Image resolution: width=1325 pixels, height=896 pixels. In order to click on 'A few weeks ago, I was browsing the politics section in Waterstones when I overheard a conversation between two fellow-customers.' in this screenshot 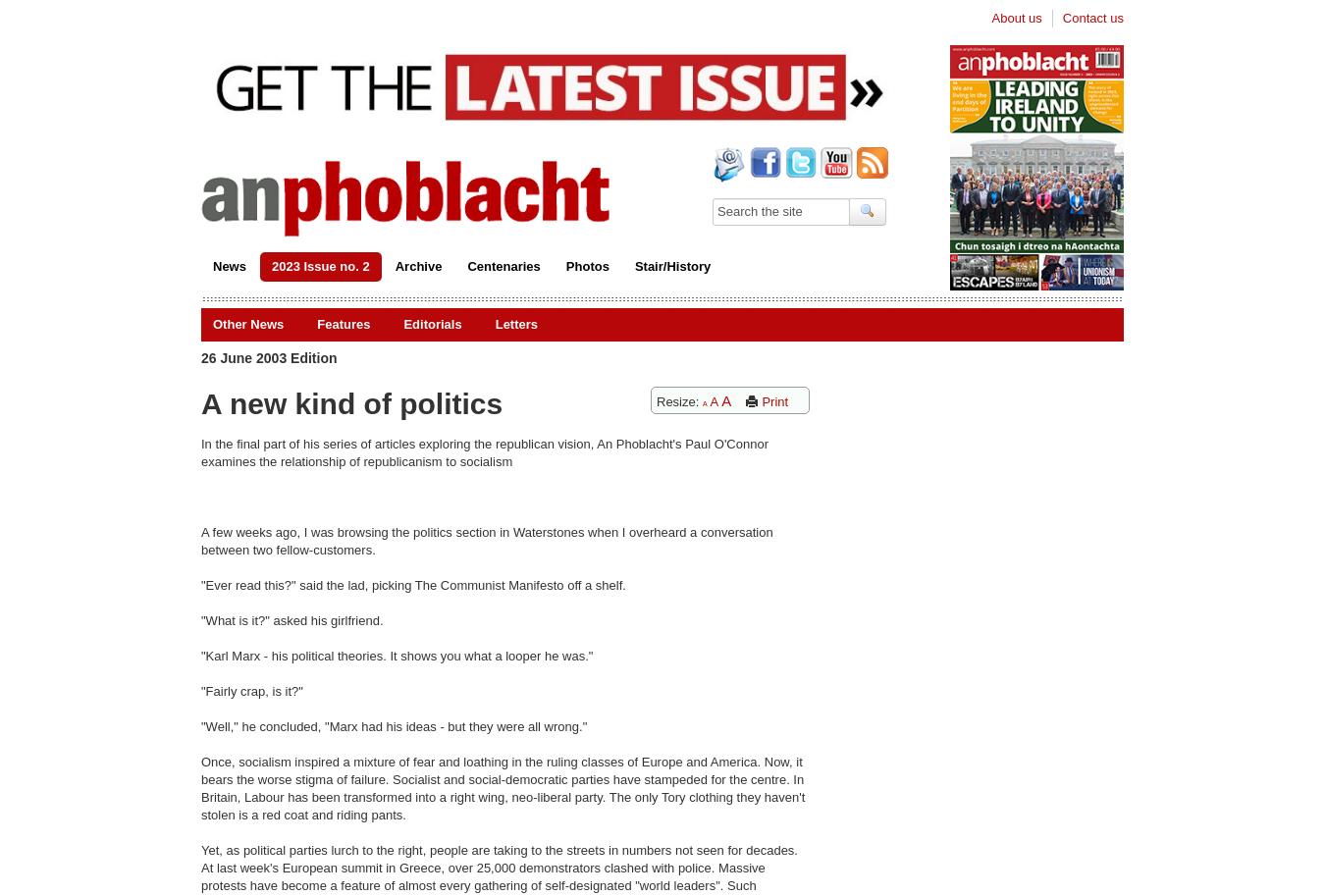, I will do `click(485, 540)`.